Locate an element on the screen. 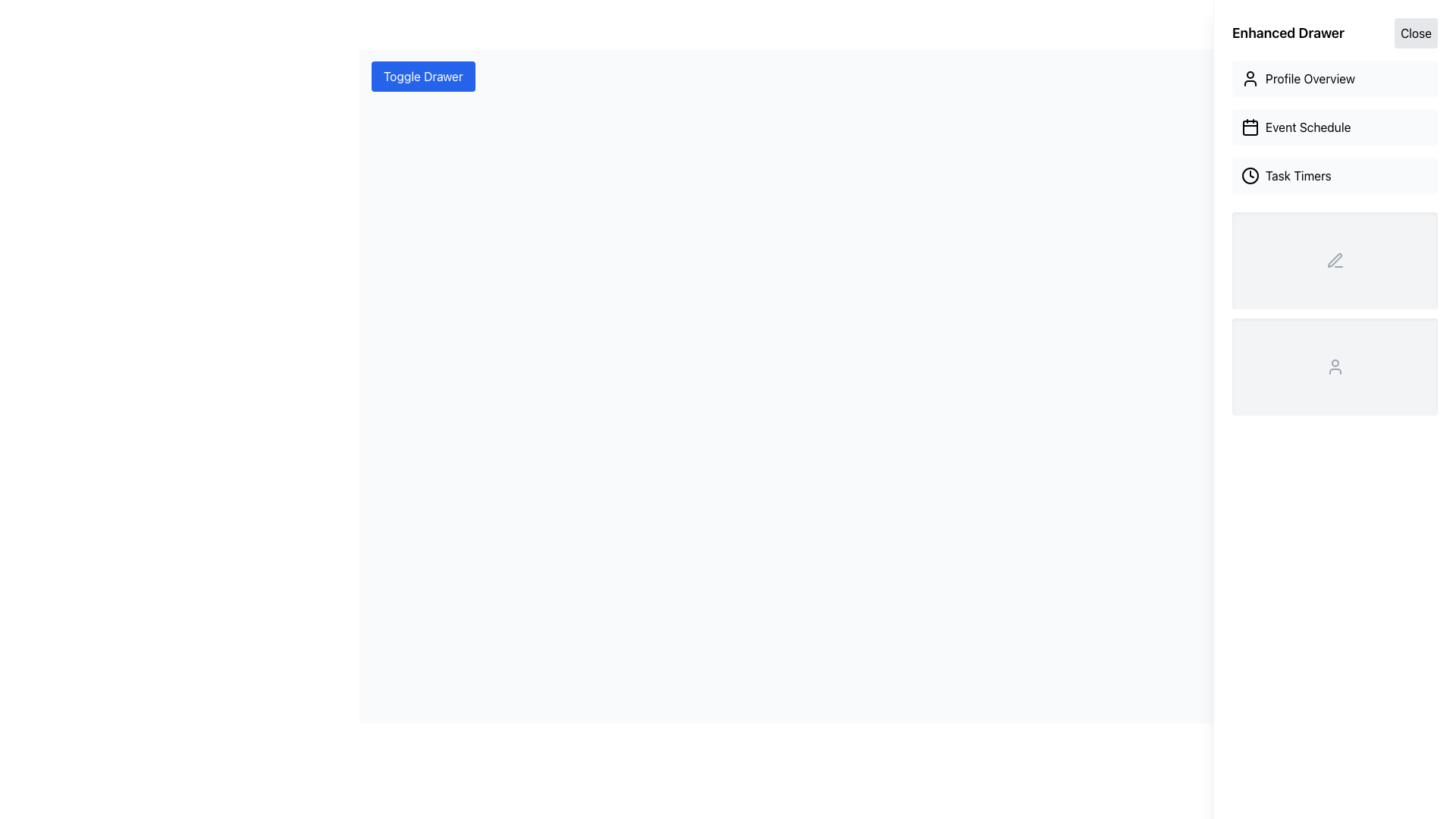  the small gray icon resembling a pen or pencil located in the enhanced drawer on the right side of the interface, within the second card is located at coordinates (1335, 259).